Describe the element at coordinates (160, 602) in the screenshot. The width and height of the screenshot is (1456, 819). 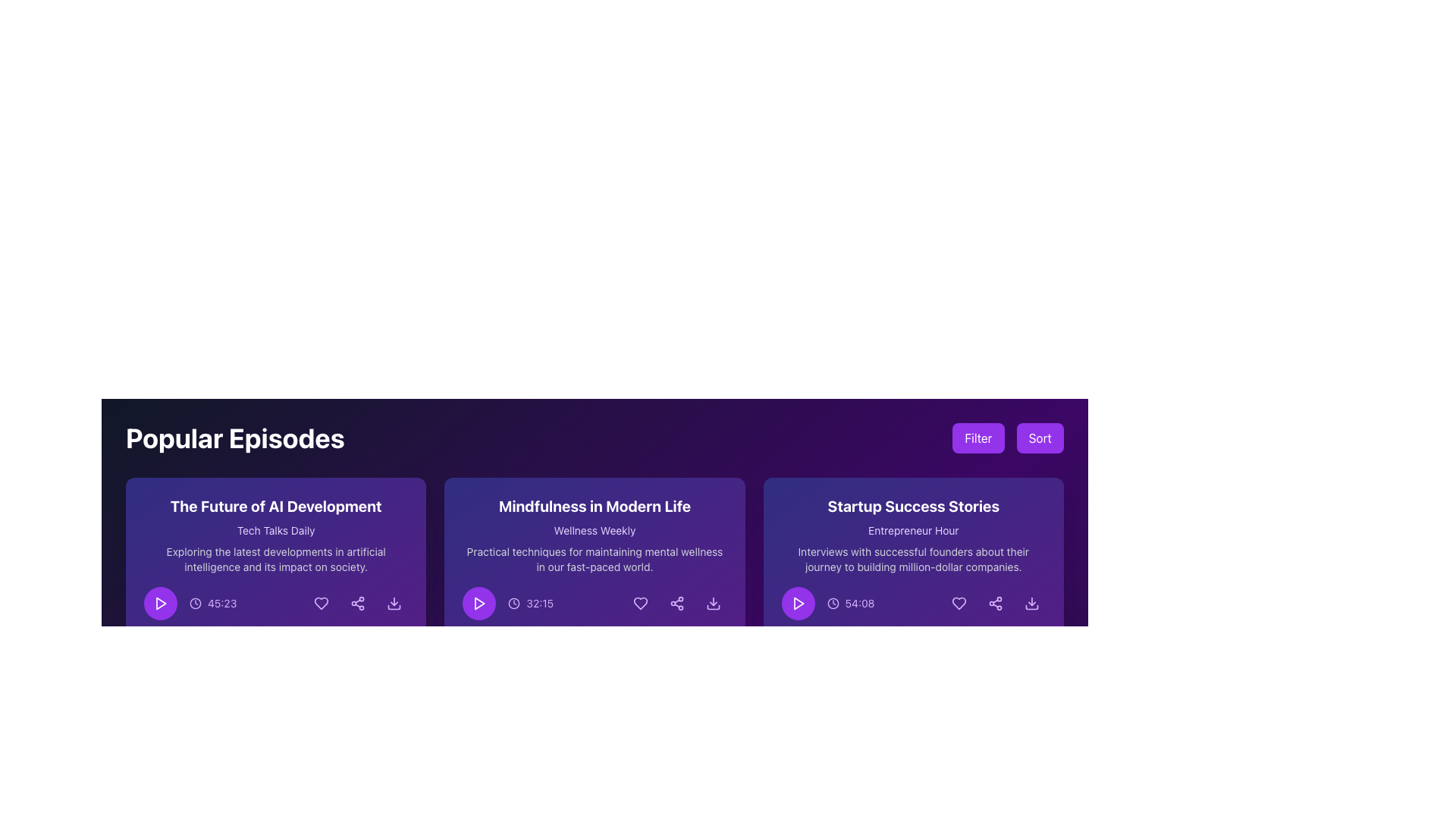
I see `the playback button located at the bottom left corner of the card titled 'The Future of AI Development'` at that location.